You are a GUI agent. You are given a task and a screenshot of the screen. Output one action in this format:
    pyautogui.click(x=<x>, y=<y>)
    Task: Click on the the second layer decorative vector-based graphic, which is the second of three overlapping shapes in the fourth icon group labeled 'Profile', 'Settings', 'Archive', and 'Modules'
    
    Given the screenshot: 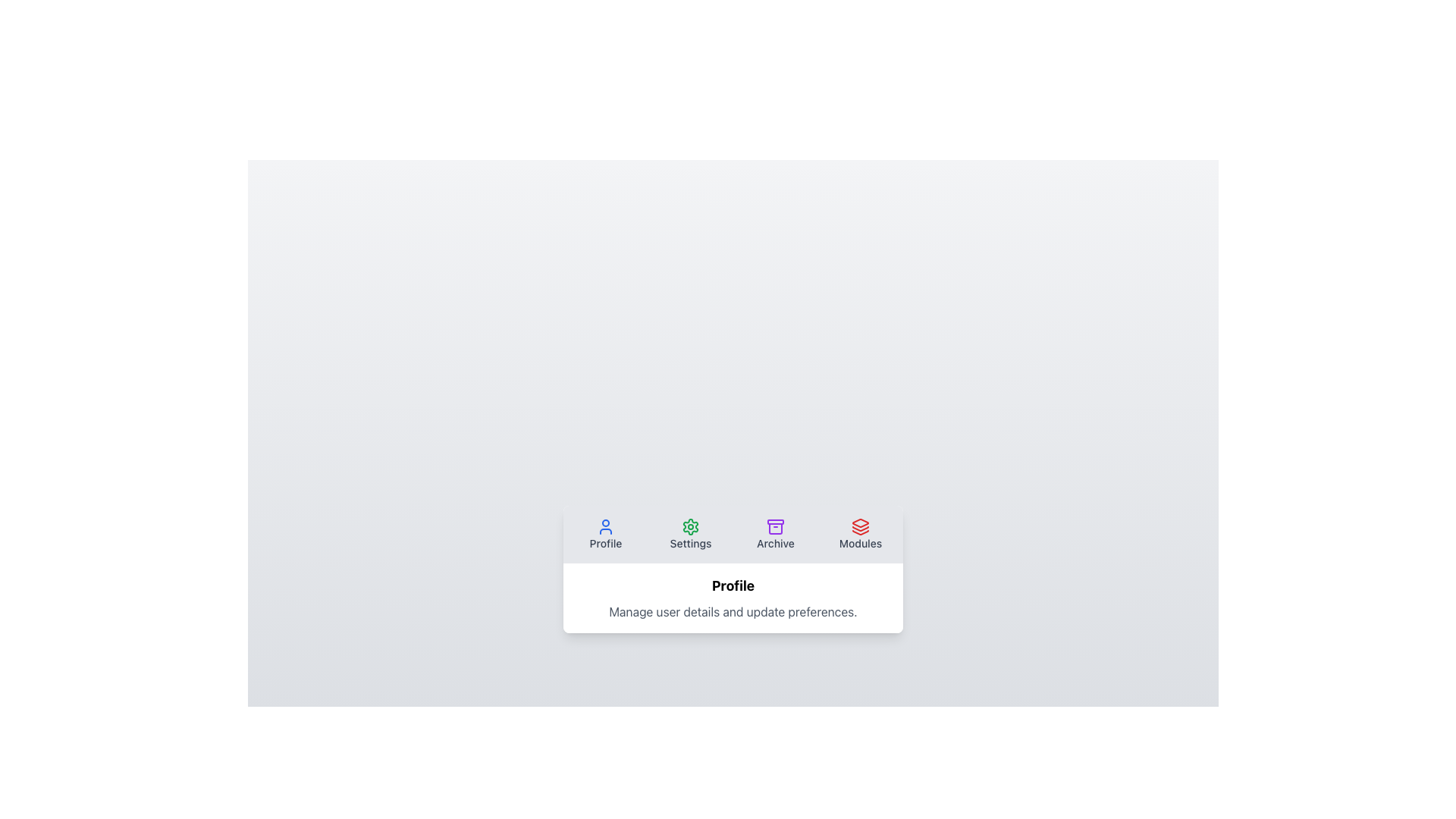 What is the action you would take?
    pyautogui.click(x=860, y=528)
    